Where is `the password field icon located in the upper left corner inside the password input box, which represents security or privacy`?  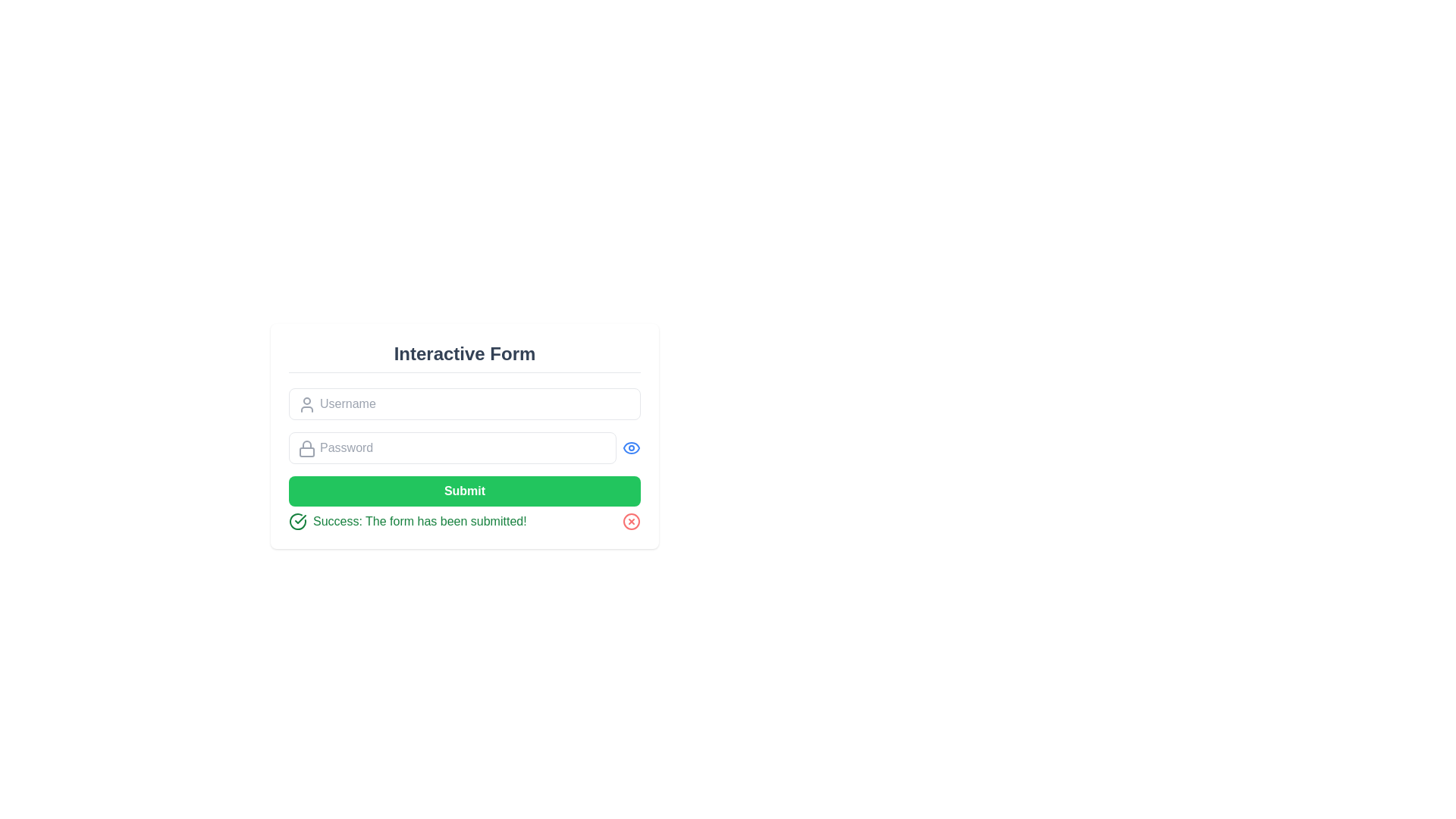 the password field icon located in the upper left corner inside the password input box, which represents security or privacy is located at coordinates (306, 447).